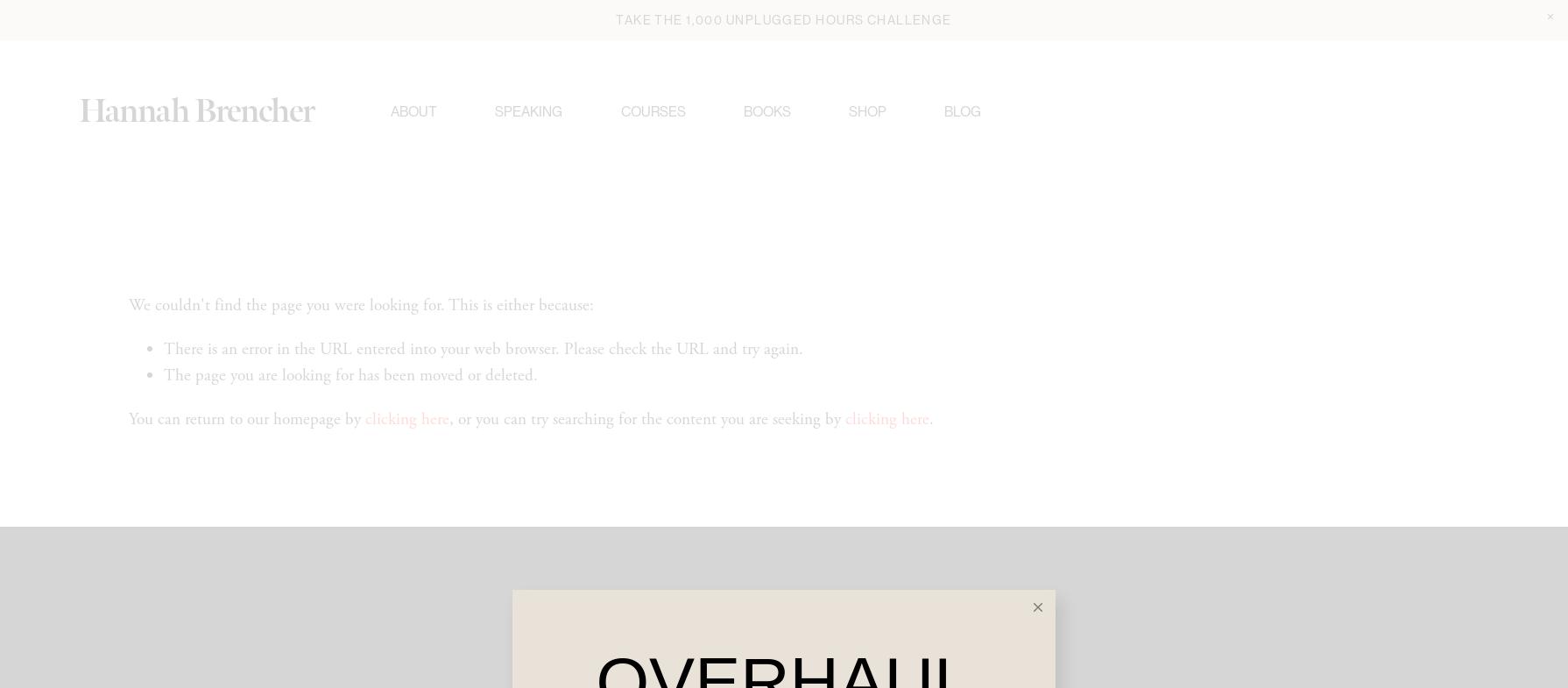  Describe the element at coordinates (943, 112) in the screenshot. I see `'Blog'` at that location.